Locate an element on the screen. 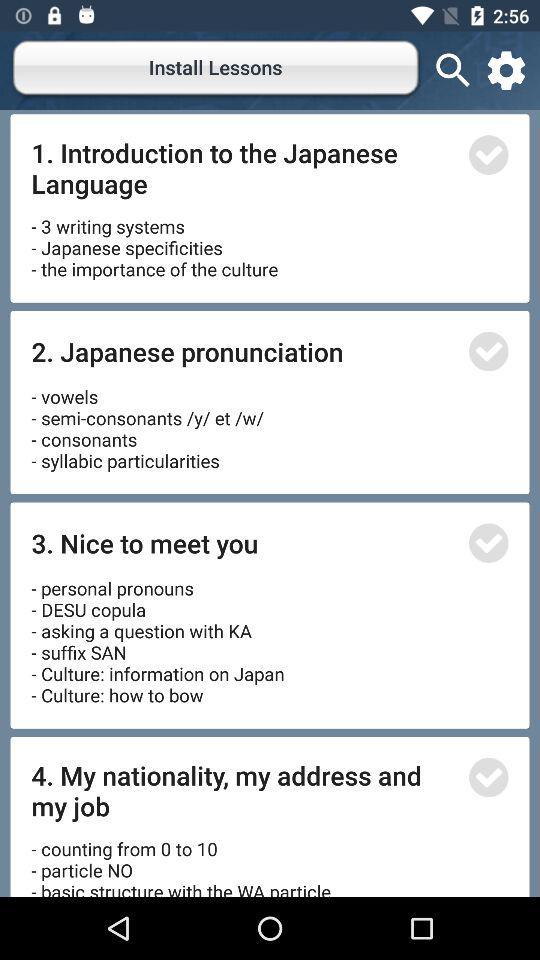  the icon above 3 writing systems is located at coordinates (243, 167).